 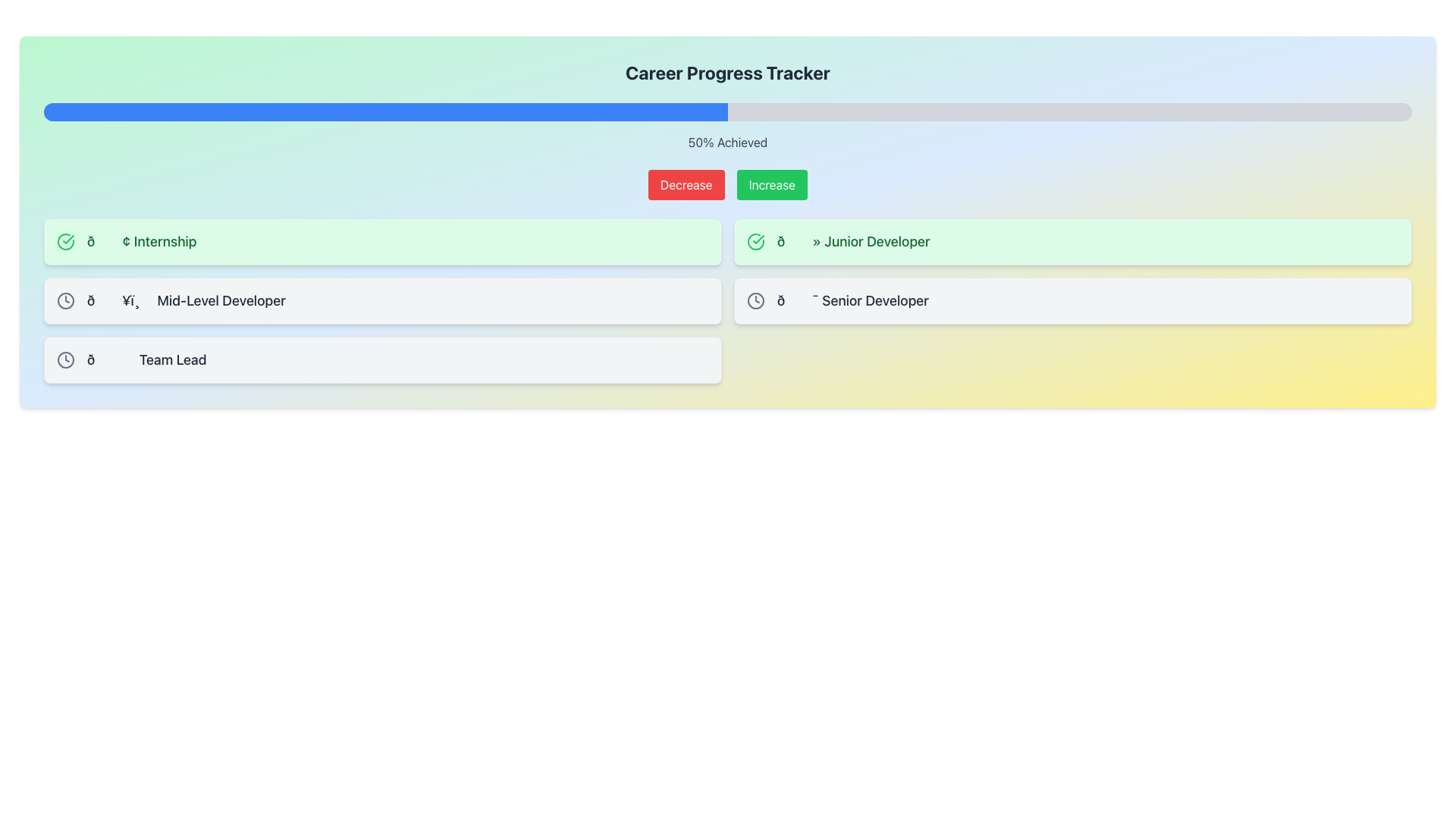 What do you see at coordinates (758, 239) in the screenshot?
I see `the green circular icon indicating completed status for the 'Internship' row` at bounding box center [758, 239].